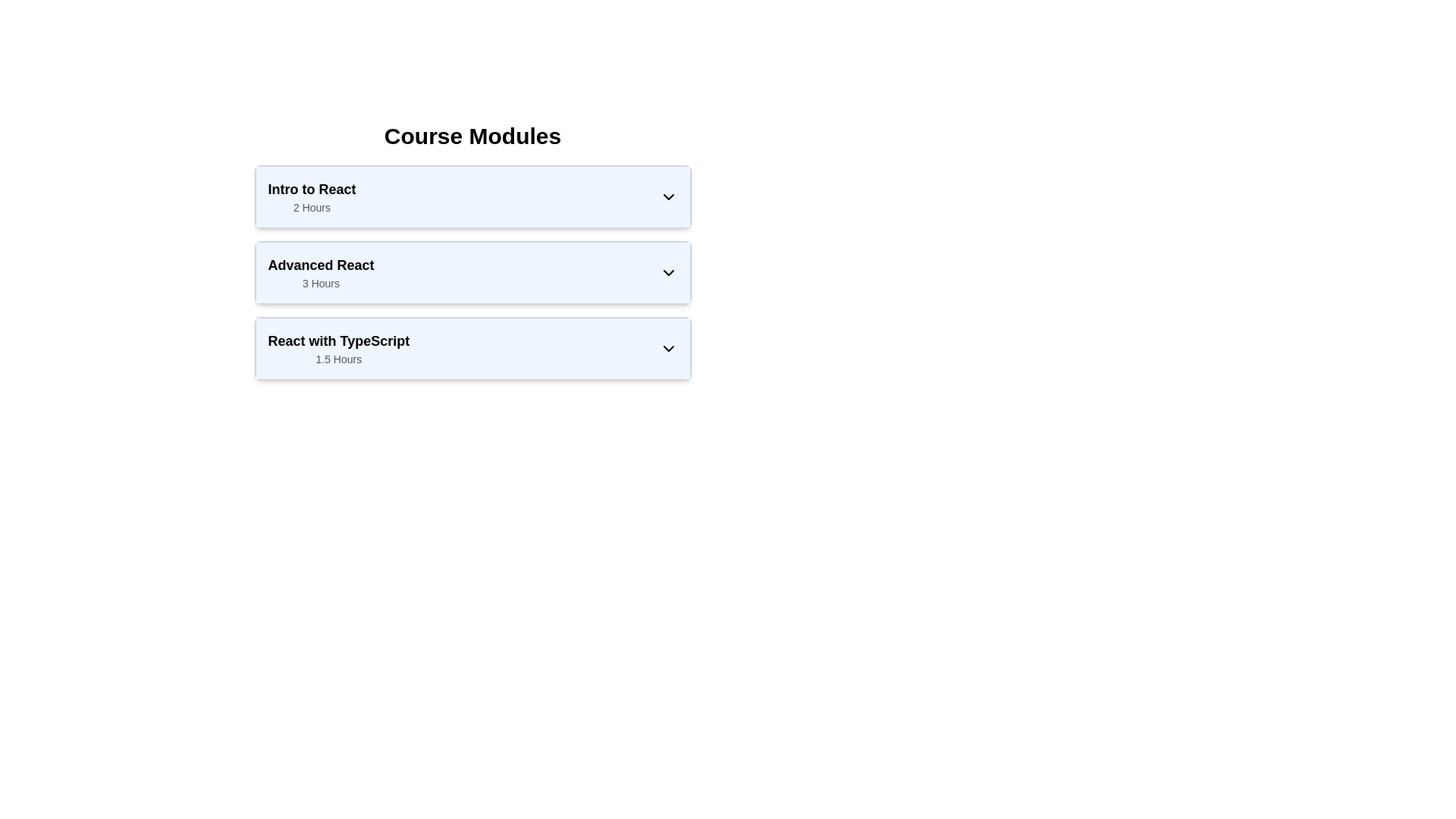  Describe the element at coordinates (472, 250) in the screenshot. I see `the informational section card displaying details about the 'Advanced React' course module, which is the second item in the vertical list of course modules` at that location.